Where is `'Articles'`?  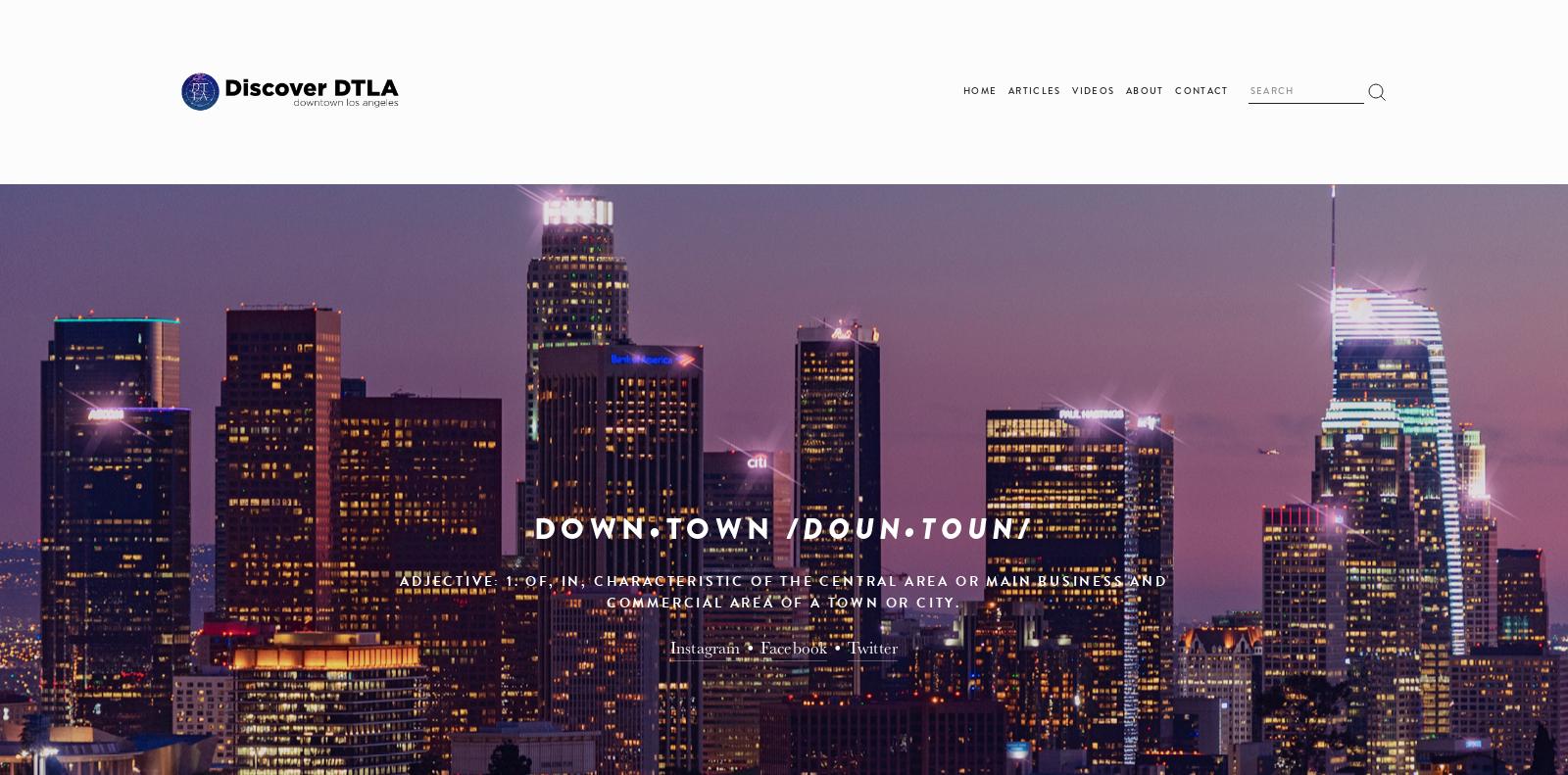 'Articles' is located at coordinates (1007, 91).